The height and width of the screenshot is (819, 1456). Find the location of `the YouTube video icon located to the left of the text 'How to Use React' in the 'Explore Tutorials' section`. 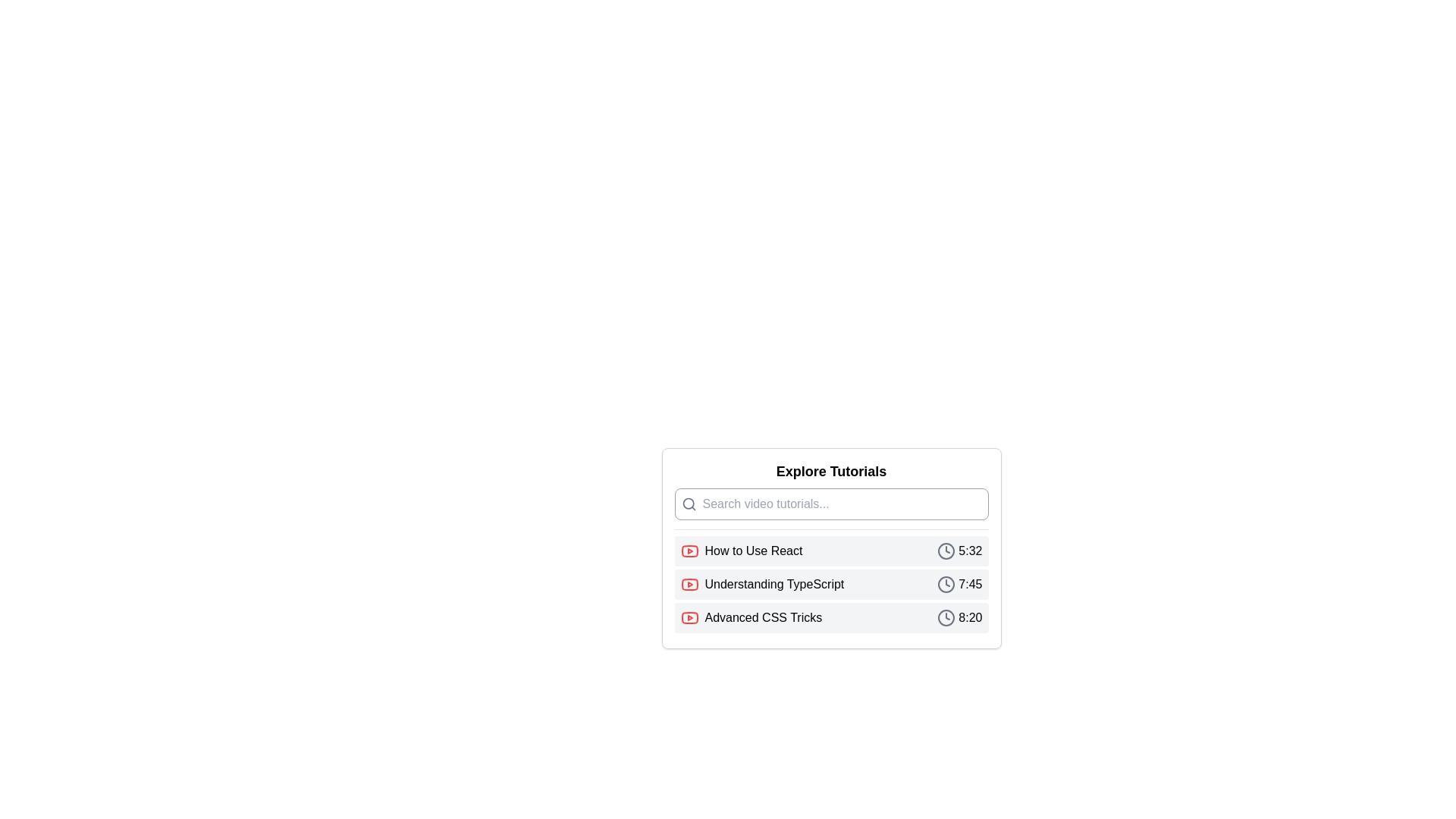

the YouTube video icon located to the left of the text 'How to Use React' in the 'Explore Tutorials' section is located at coordinates (689, 551).